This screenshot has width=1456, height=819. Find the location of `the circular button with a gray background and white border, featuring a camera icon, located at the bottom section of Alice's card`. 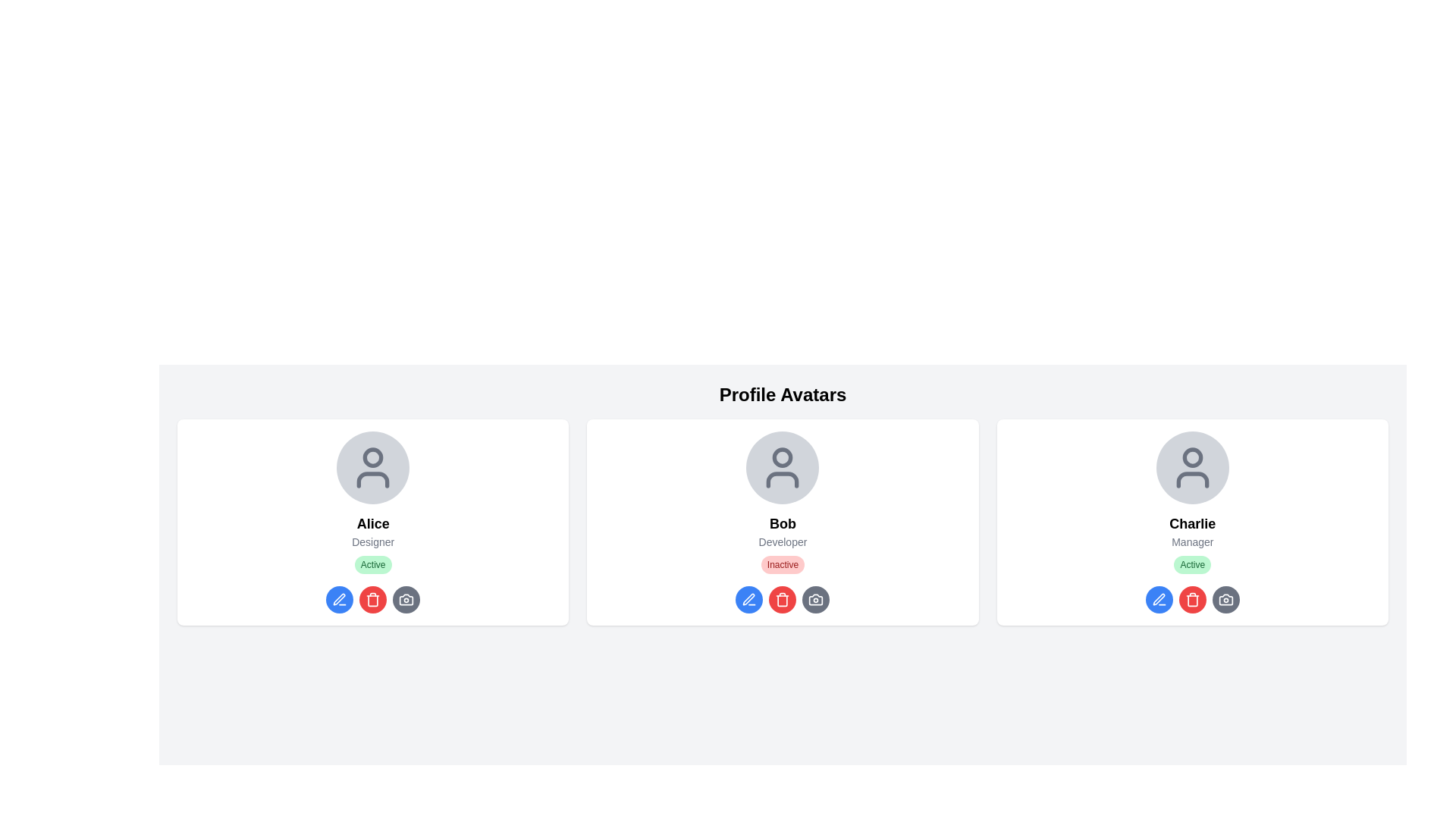

the circular button with a gray background and white border, featuring a camera icon, located at the bottom section of Alice's card is located at coordinates (406, 598).